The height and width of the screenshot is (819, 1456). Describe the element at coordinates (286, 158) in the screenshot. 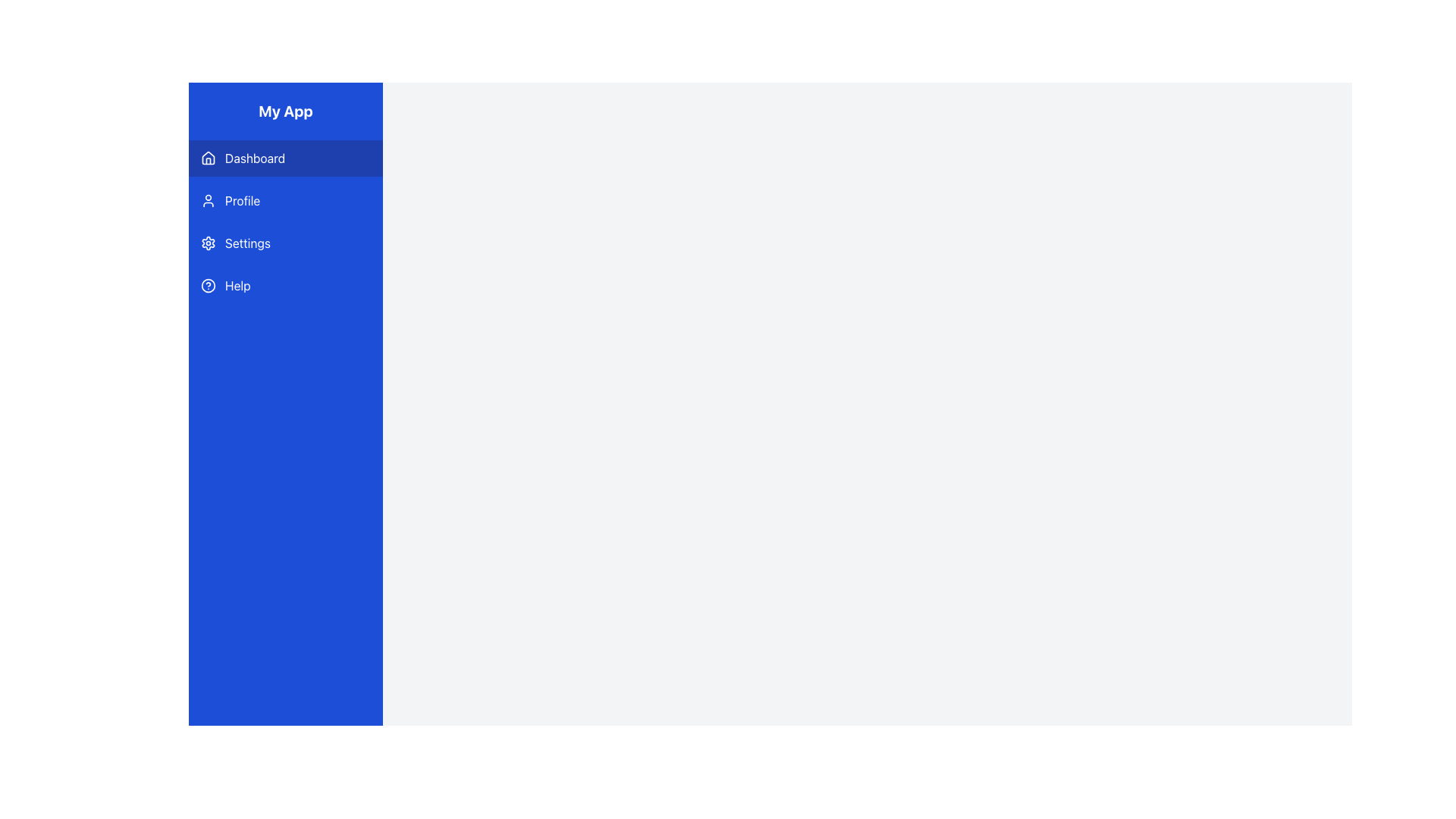

I see `the Navigation Button located at the top left of the sidebar, just below the title 'My App'` at that location.